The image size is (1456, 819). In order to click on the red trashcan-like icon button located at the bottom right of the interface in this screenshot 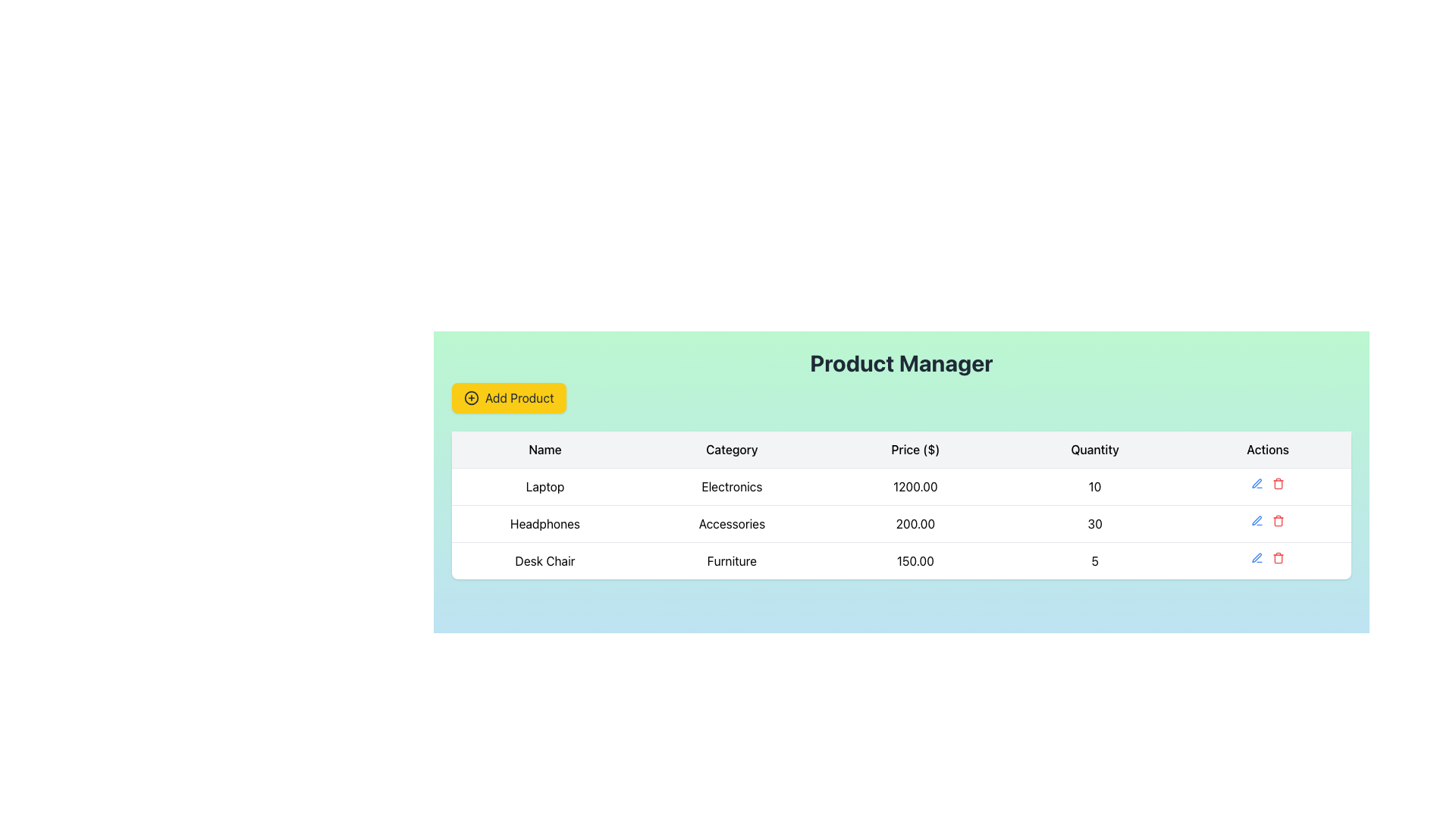, I will do `click(1278, 558)`.